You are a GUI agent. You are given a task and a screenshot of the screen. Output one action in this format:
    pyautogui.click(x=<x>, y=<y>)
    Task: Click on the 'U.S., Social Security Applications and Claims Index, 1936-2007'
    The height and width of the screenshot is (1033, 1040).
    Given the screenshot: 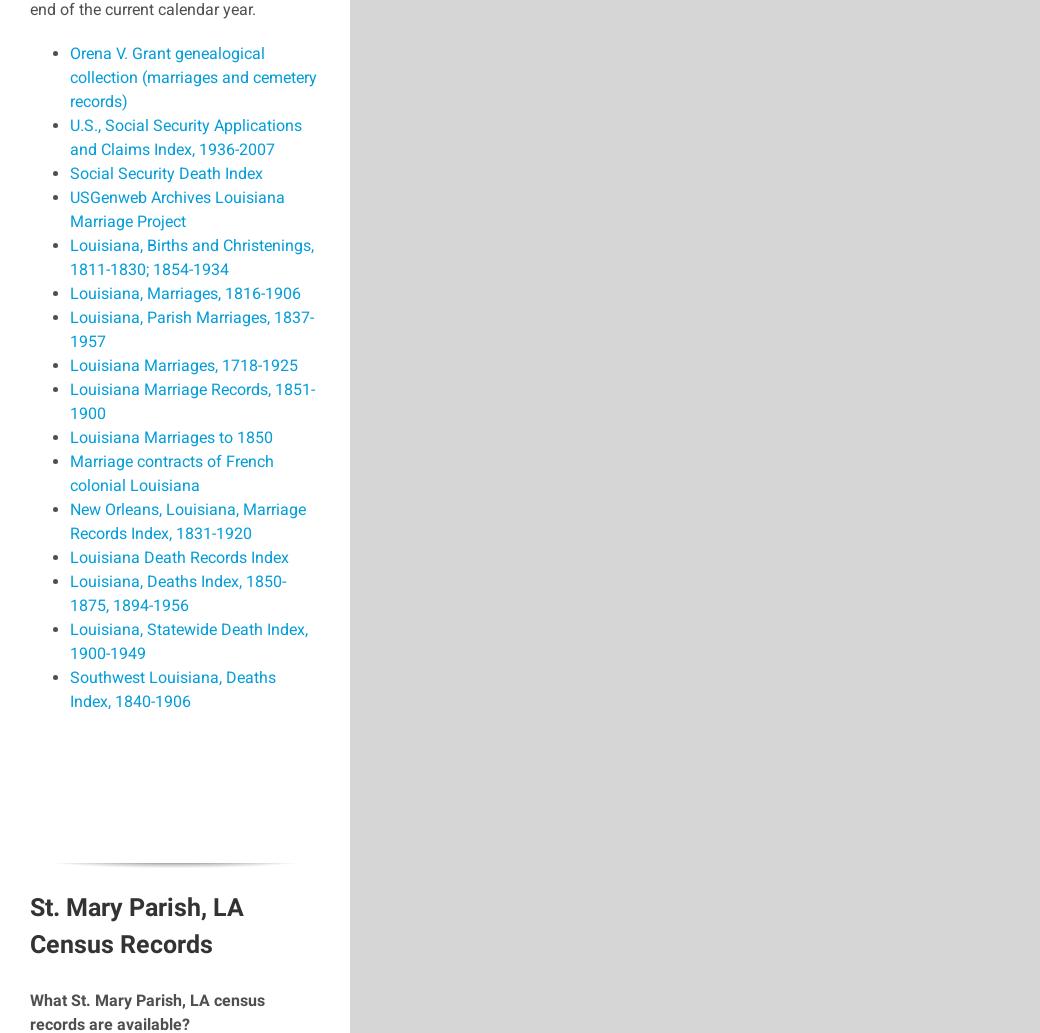 What is the action you would take?
    pyautogui.click(x=185, y=137)
    